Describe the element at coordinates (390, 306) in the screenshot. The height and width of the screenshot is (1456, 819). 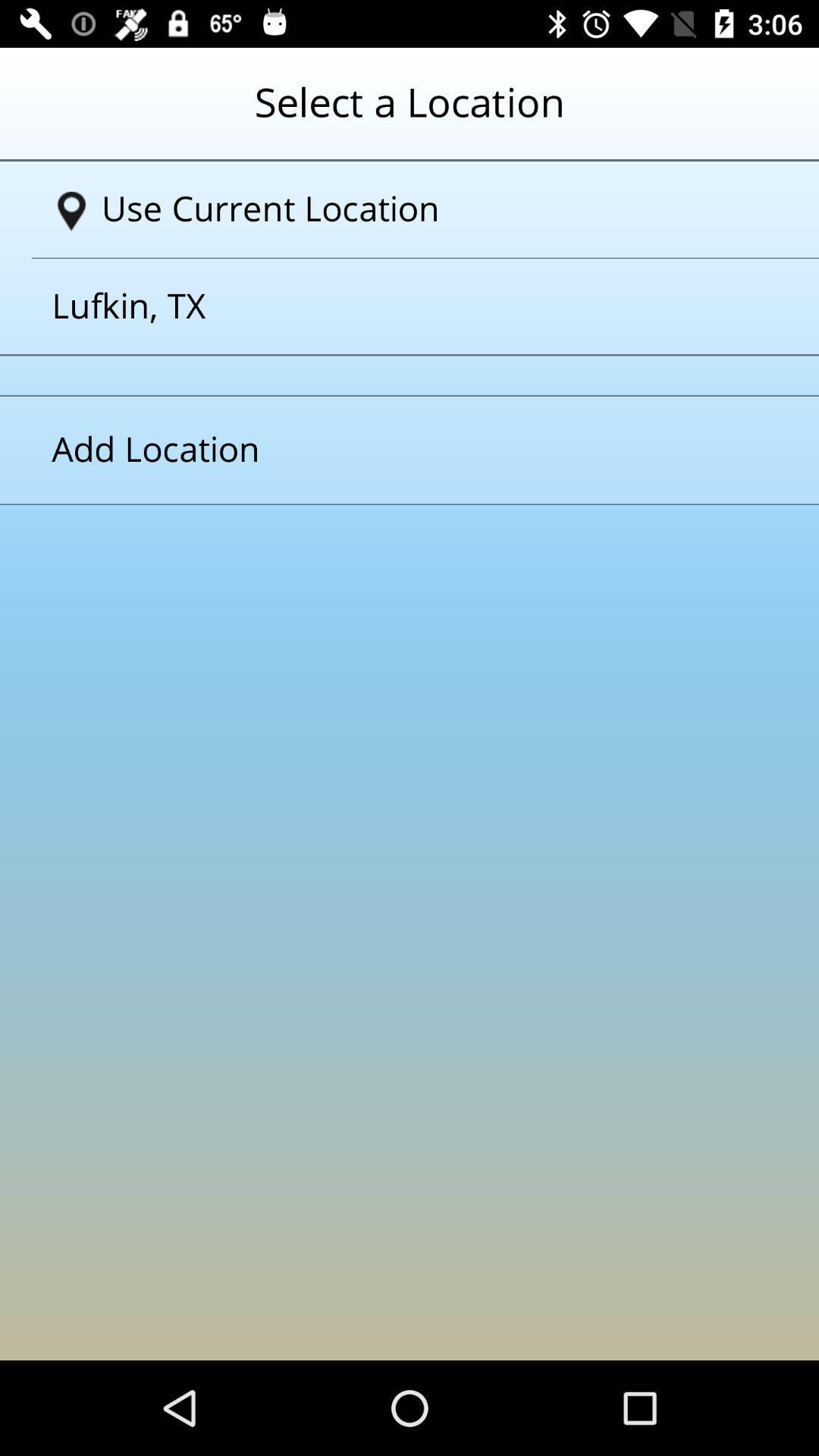
I see `lufkin tx` at that location.